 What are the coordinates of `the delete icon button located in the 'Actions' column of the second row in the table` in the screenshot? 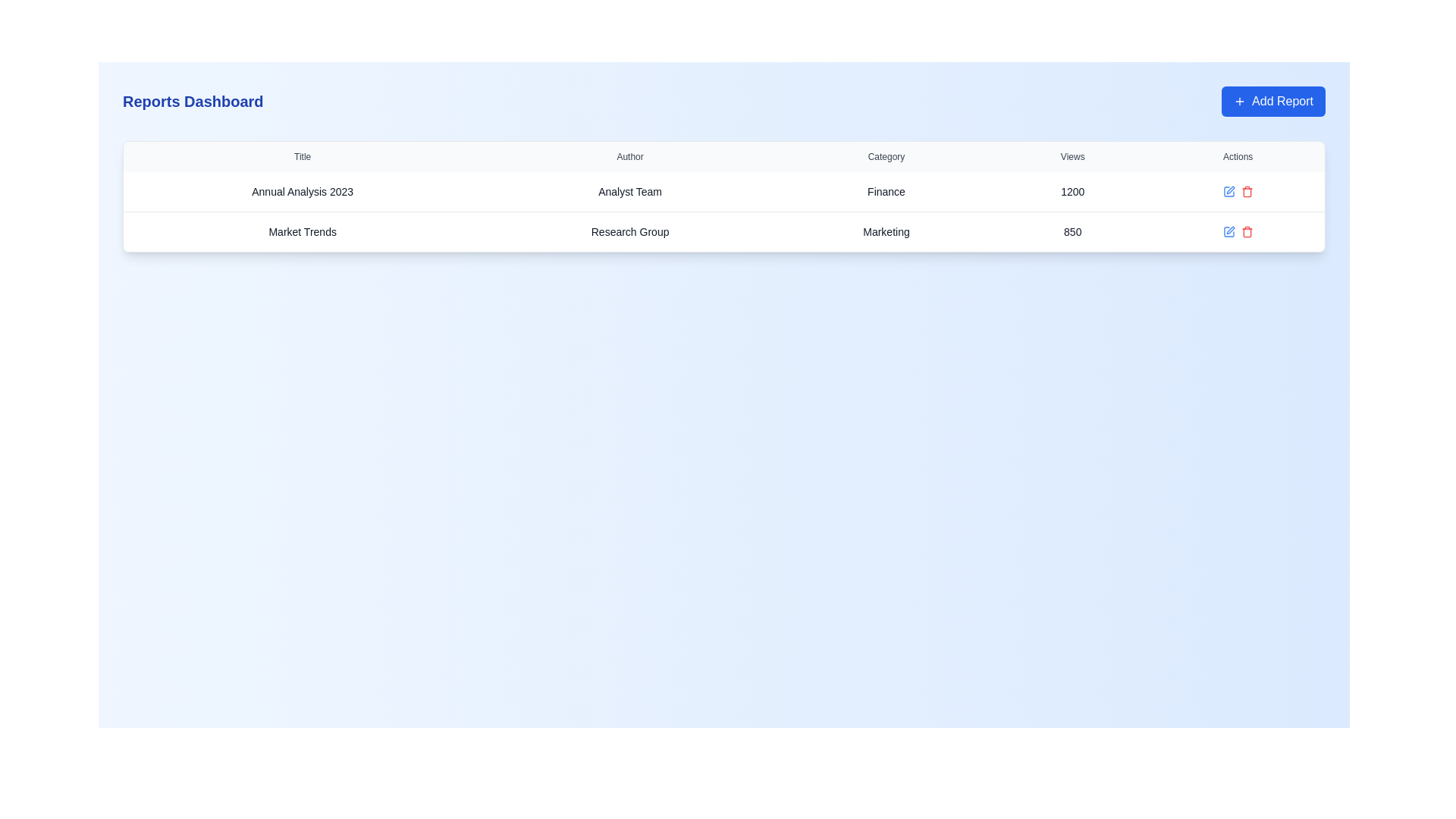 It's located at (1247, 191).